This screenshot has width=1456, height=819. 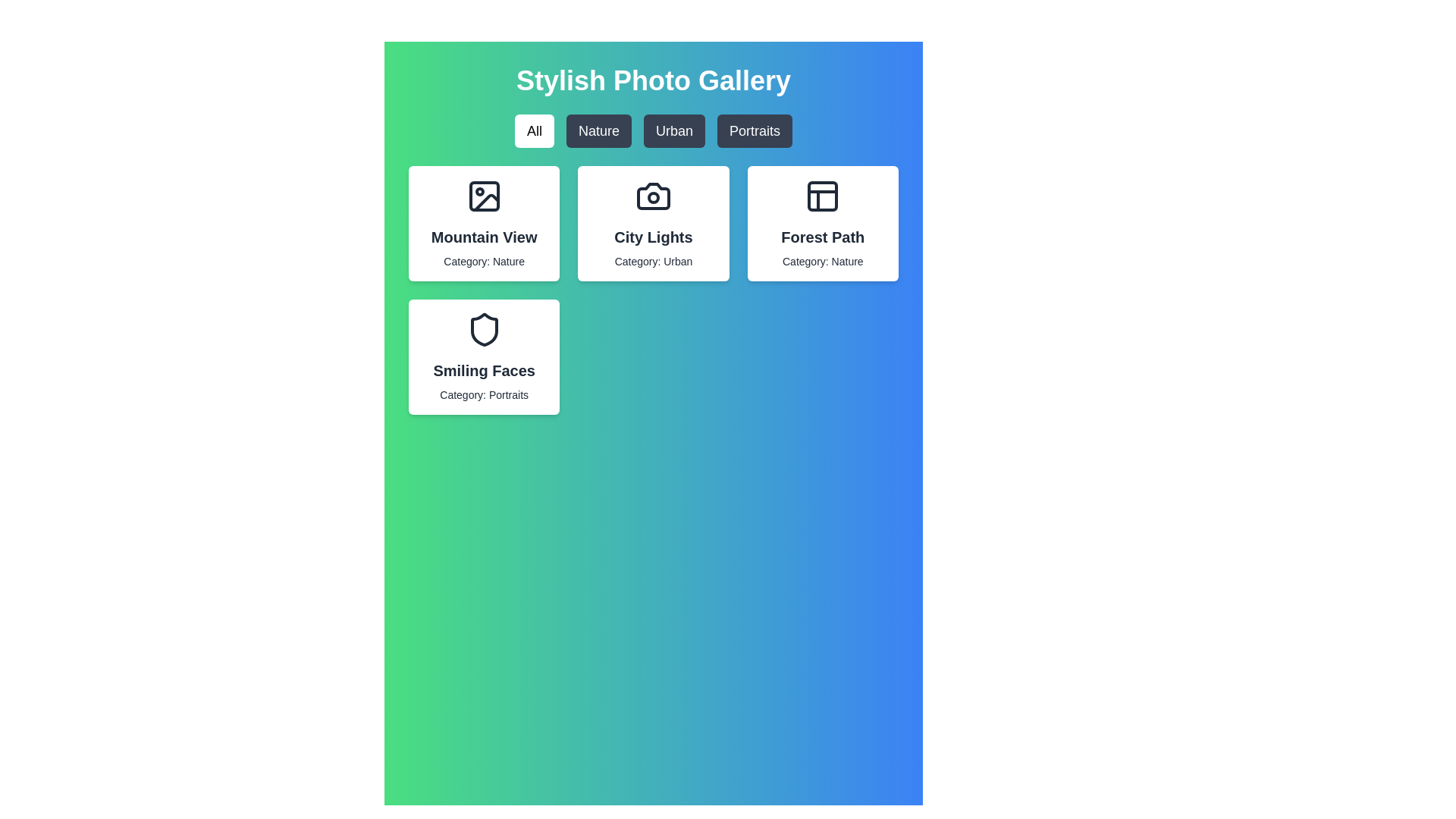 What do you see at coordinates (483, 195) in the screenshot?
I see `the decorative icon representing the 'Mountain View' card, located at the top center of the white card, above the text 'Mountain View' and 'Category: Nature'` at bounding box center [483, 195].